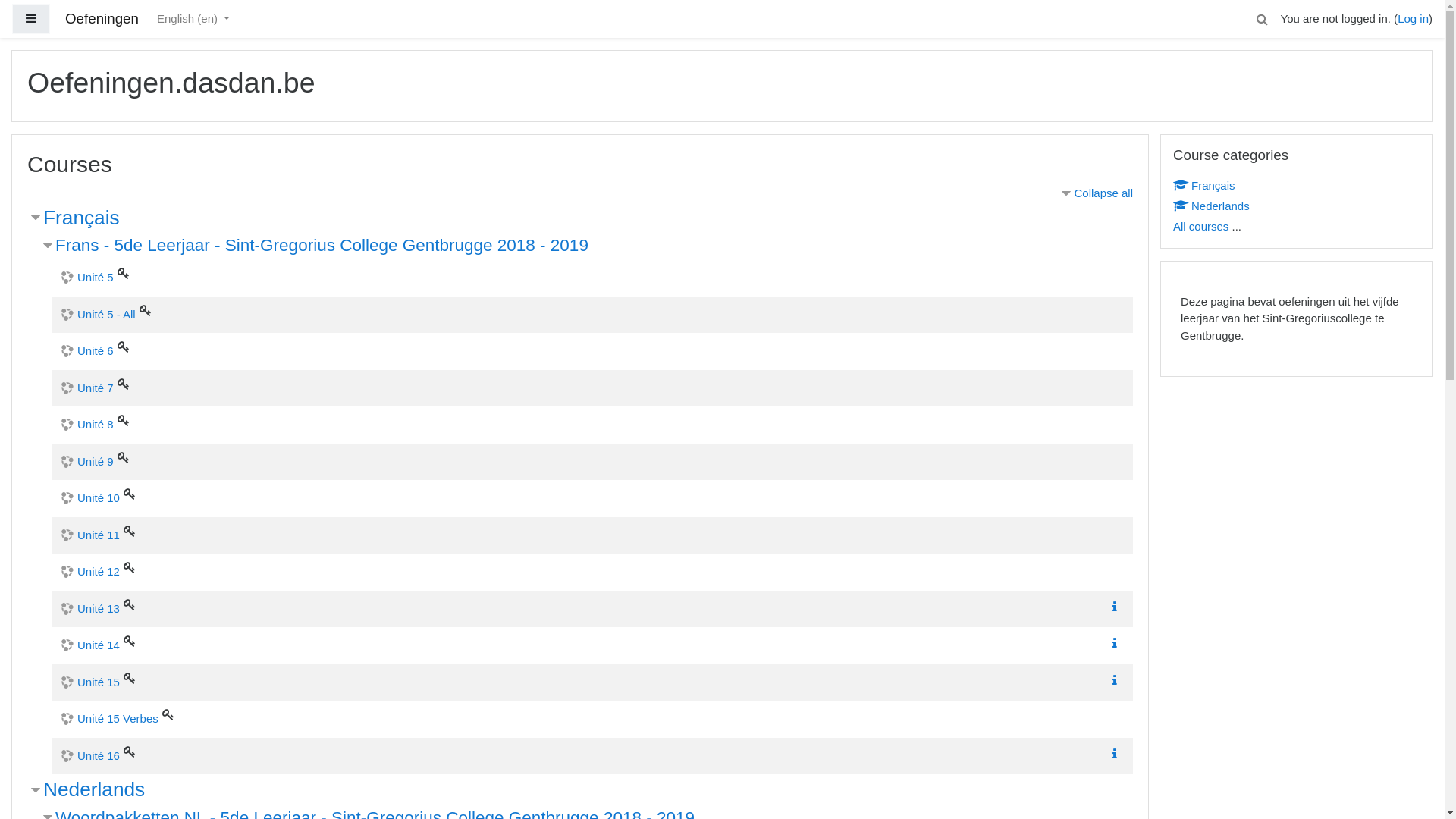  I want to click on 'Summary', so click(1109, 643).